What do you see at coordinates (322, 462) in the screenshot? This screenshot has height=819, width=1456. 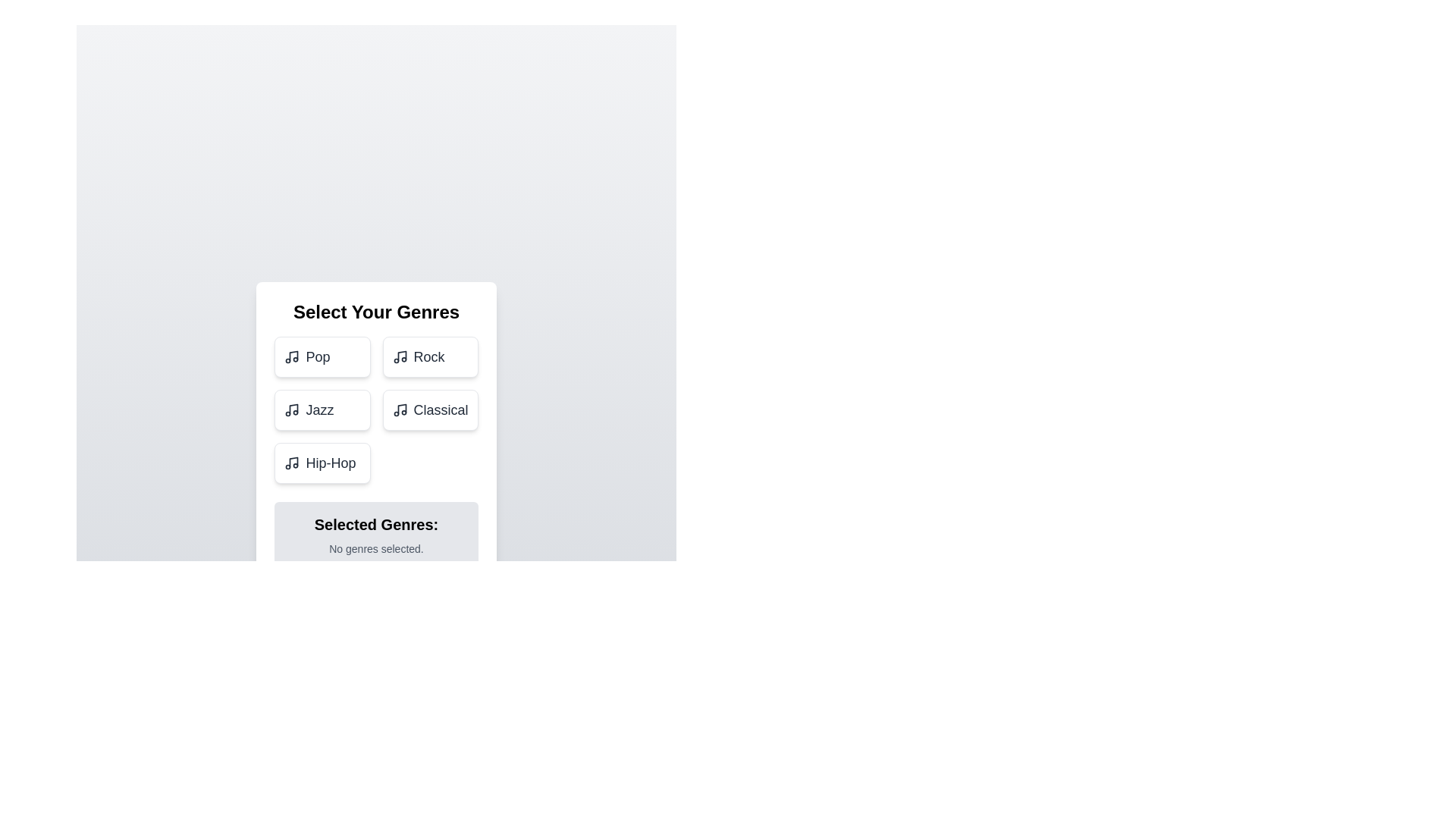 I see `the genre Hip-Hop` at bounding box center [322, 462].